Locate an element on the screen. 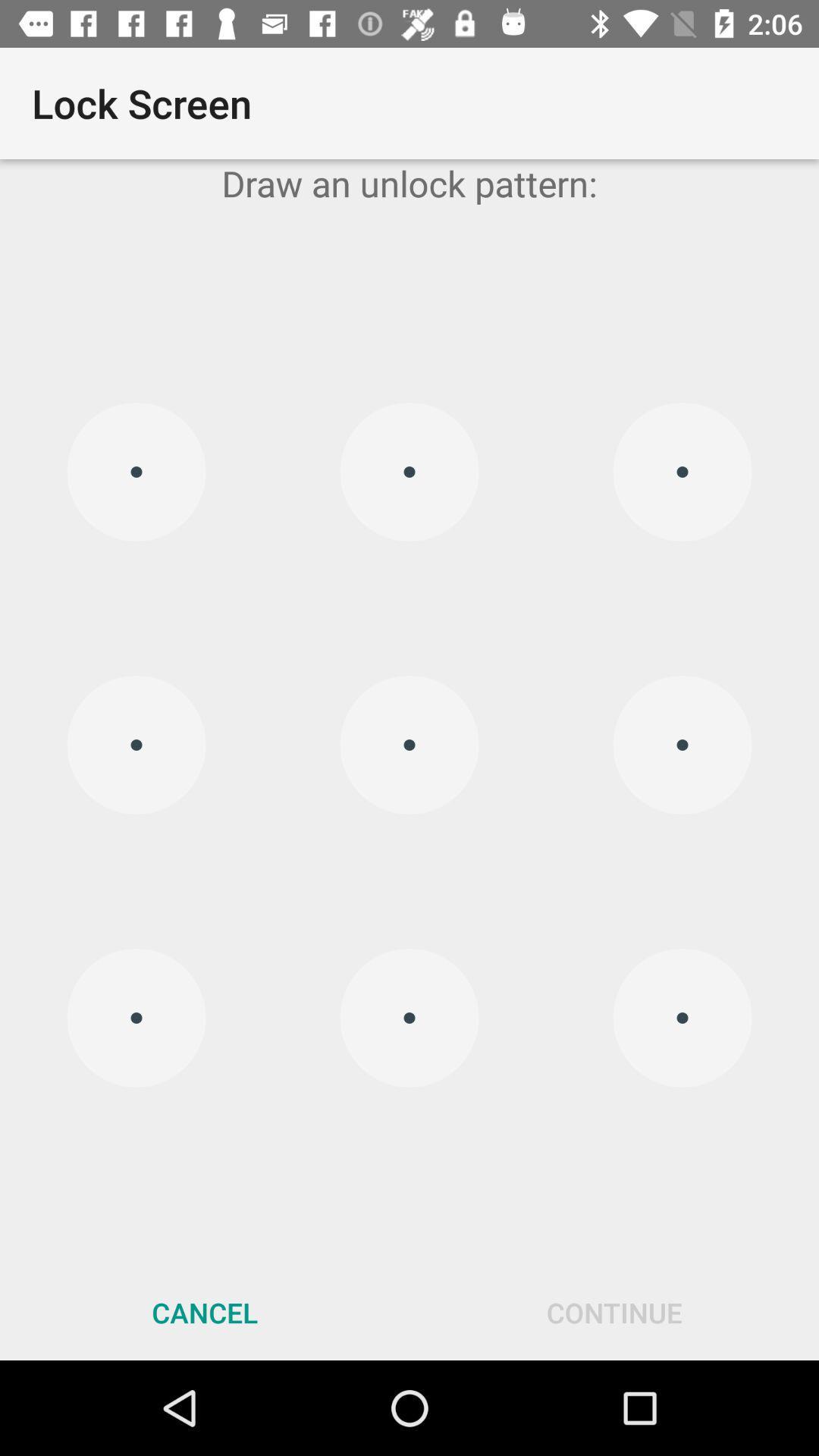 This screenshot has width=819, height=1456. the icon to the right of the cancel is located at coordinates (614, 1312).